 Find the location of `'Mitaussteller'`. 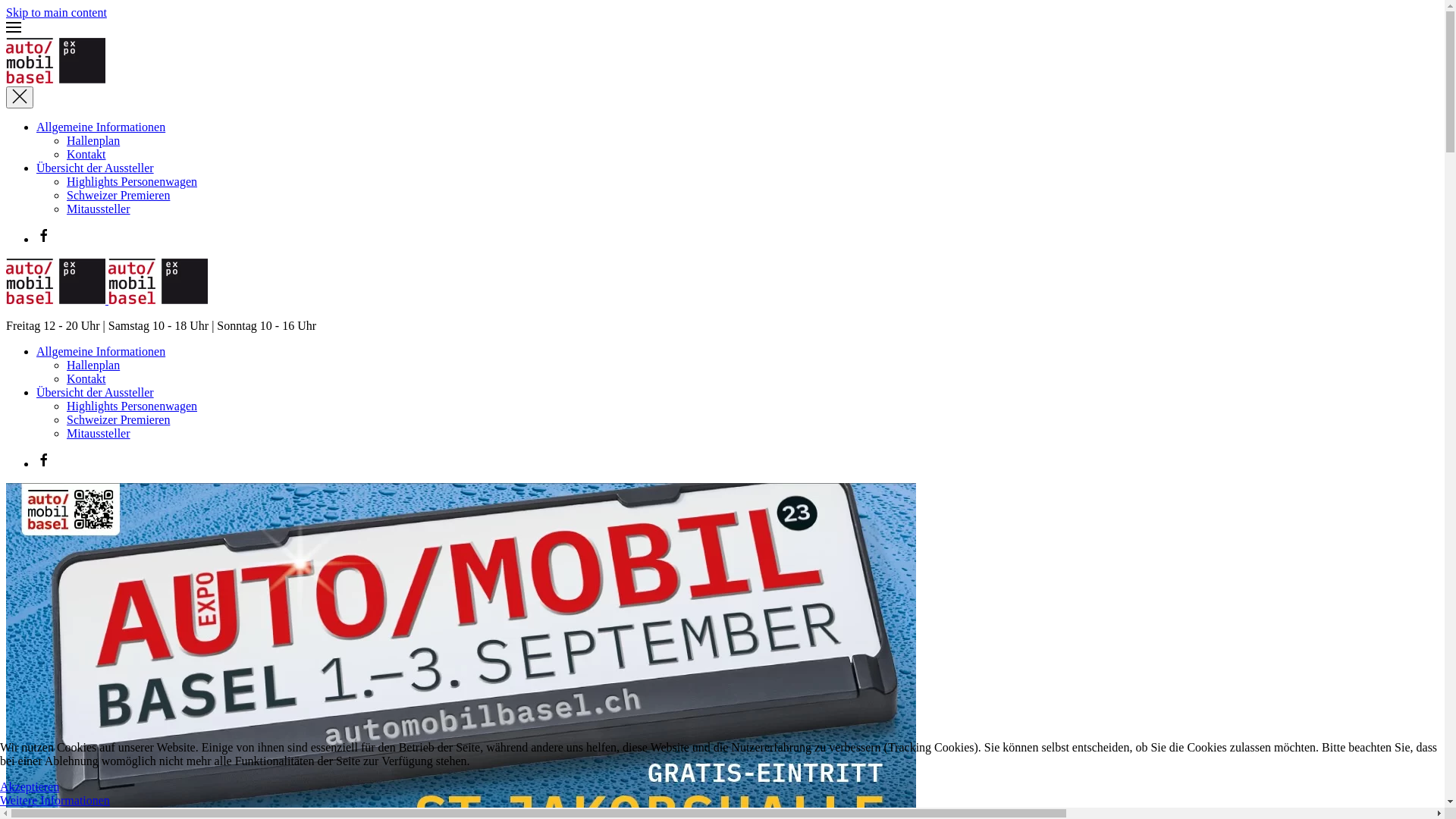

'Mitaussteller' is located at coordinates (97, 433).